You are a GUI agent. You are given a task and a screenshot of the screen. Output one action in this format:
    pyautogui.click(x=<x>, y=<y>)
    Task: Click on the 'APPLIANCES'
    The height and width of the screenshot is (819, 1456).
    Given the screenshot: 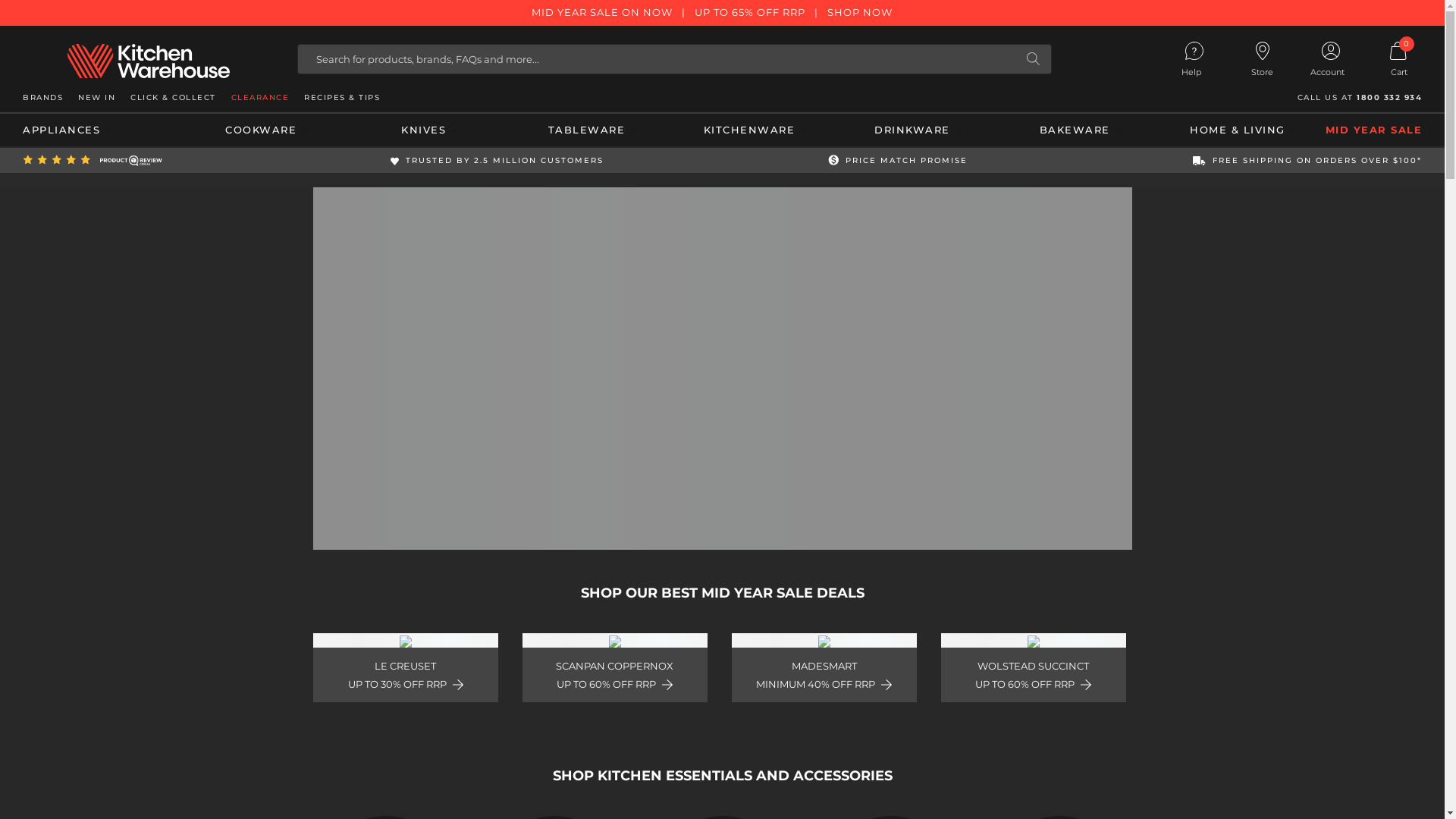 What is the action you would take?
    pyautogui.click(x=103, y=130)
    